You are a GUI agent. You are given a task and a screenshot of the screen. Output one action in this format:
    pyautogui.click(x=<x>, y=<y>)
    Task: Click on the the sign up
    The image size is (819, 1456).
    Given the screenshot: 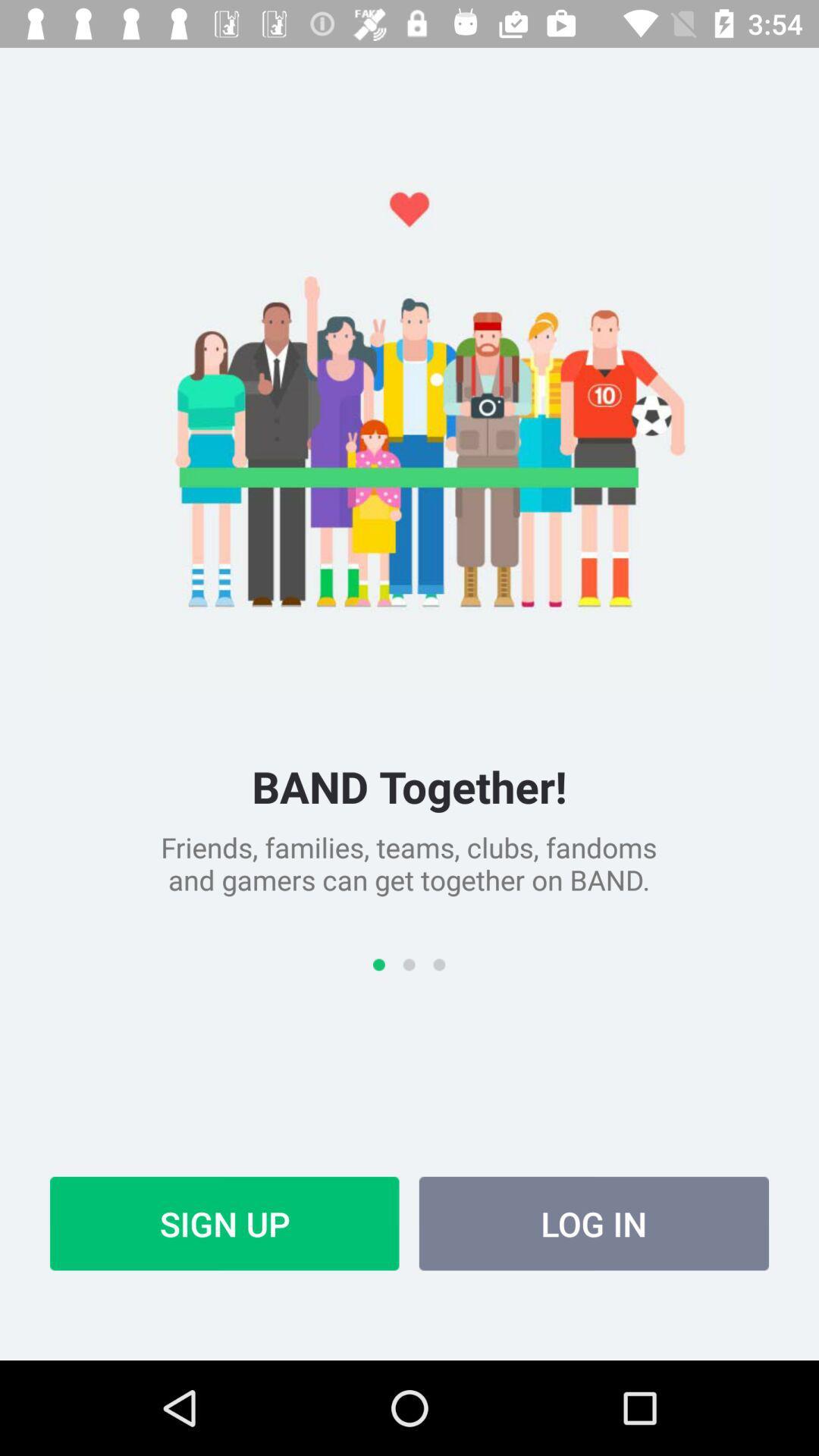 What is the action you would take?
    pyautogui.click(x=224, y=1223)
    